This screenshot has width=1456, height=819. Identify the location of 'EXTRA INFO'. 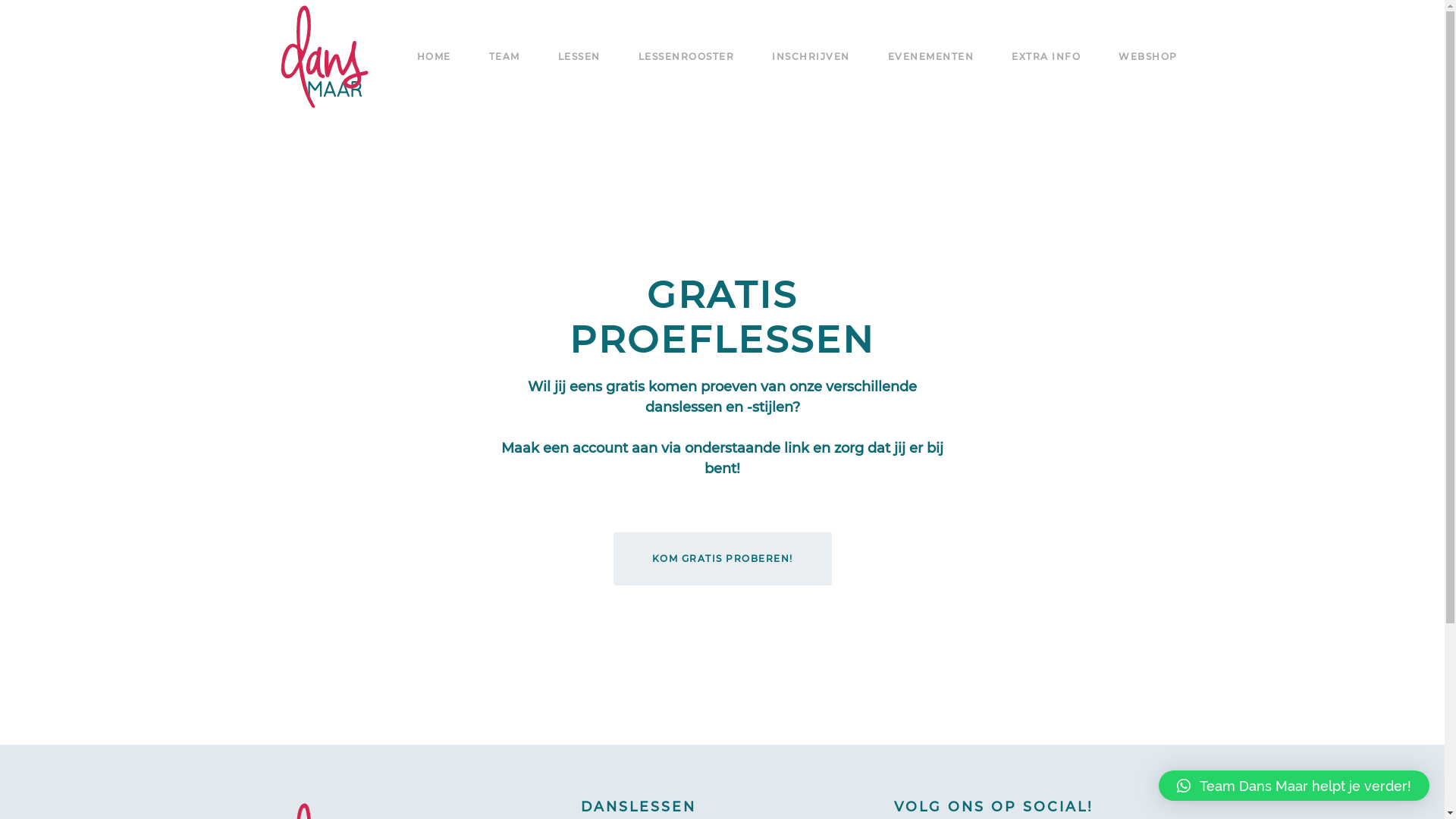
(1012, 55).